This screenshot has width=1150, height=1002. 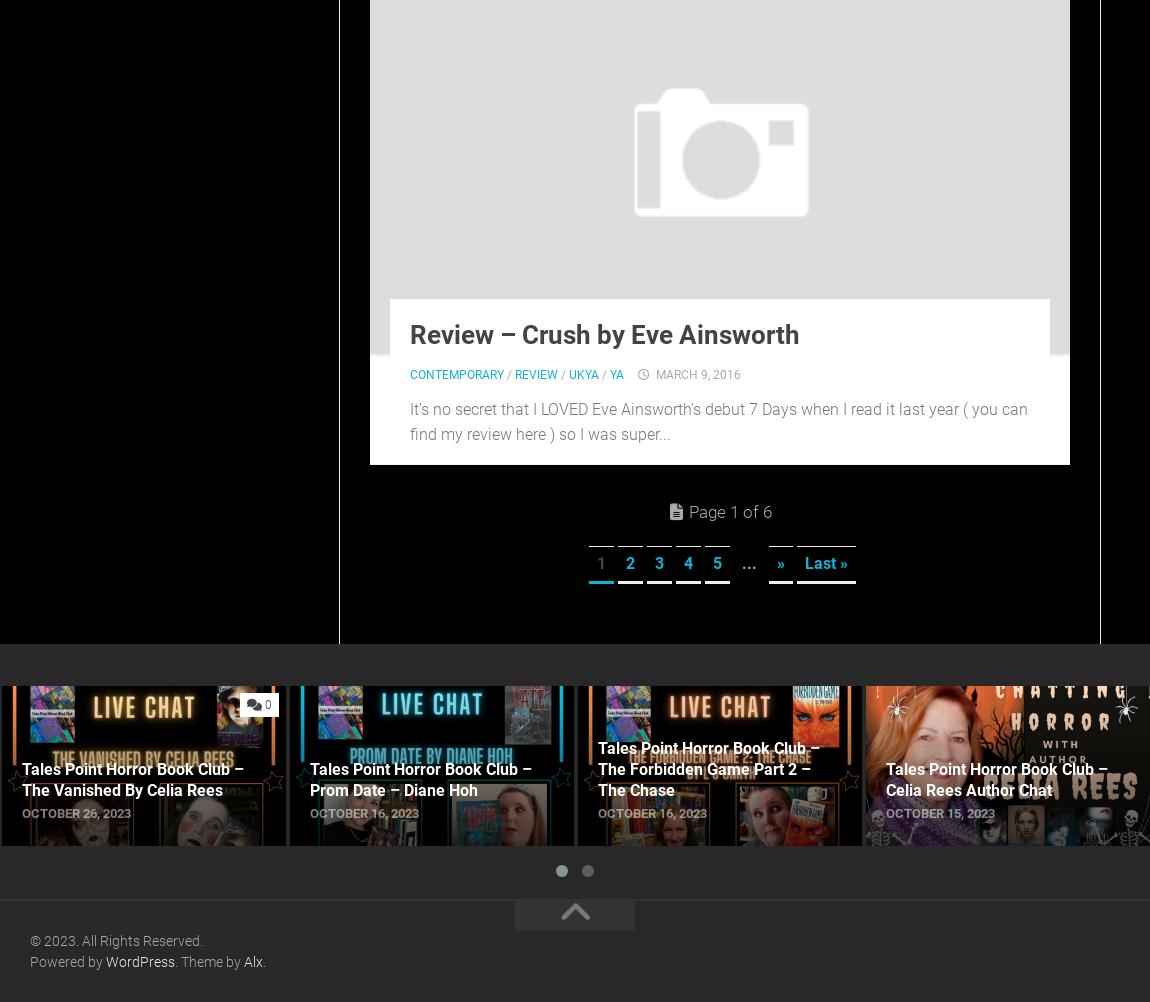 I want to click on 'Alx', so click(x=252, y=960).